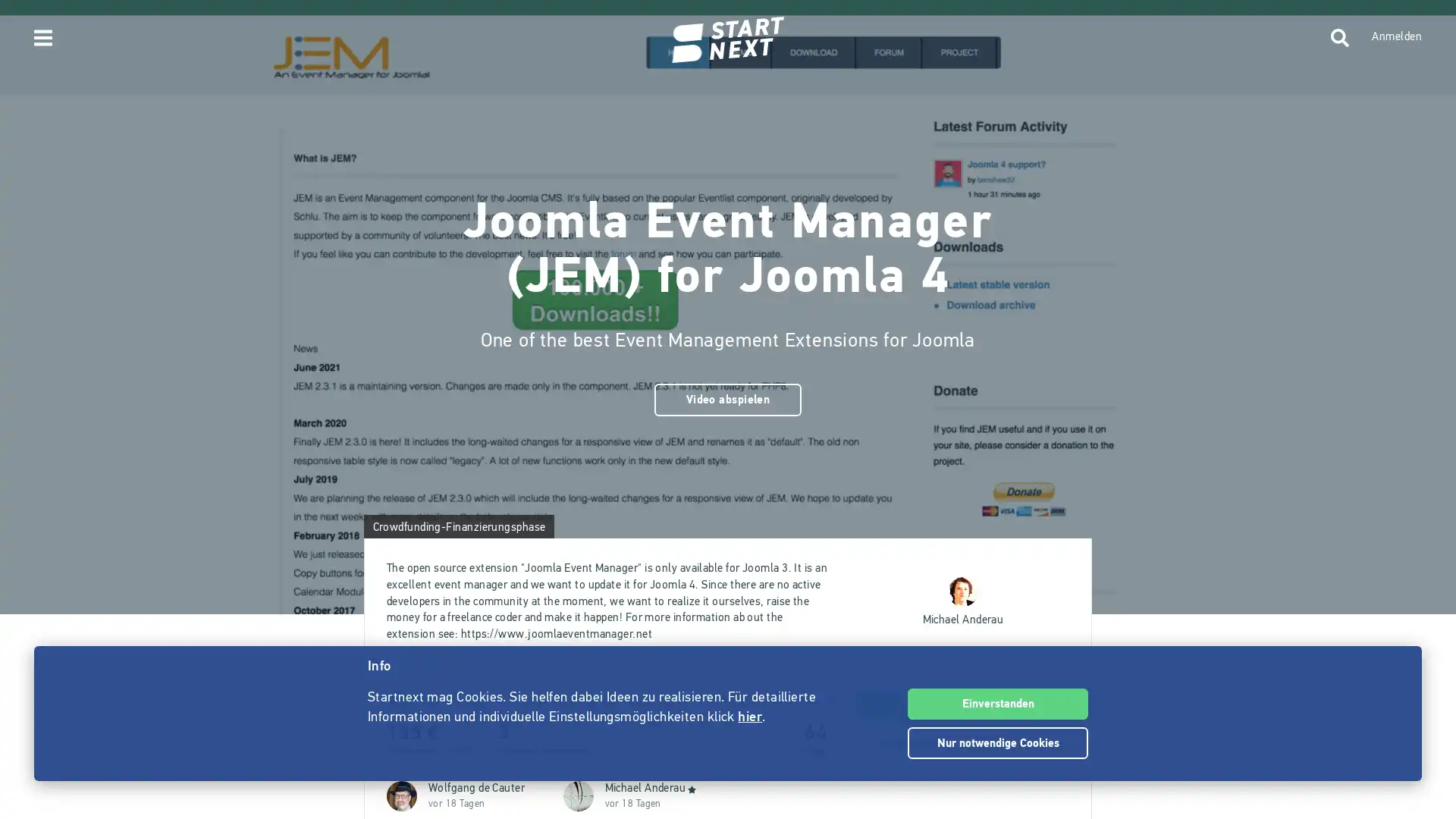 Image resolution: width=1456 pixels, height=819 pixels. Describe the element at coordinates (997, 742) in the screenshot. I see `Nur notwendige Cookies` at that location.